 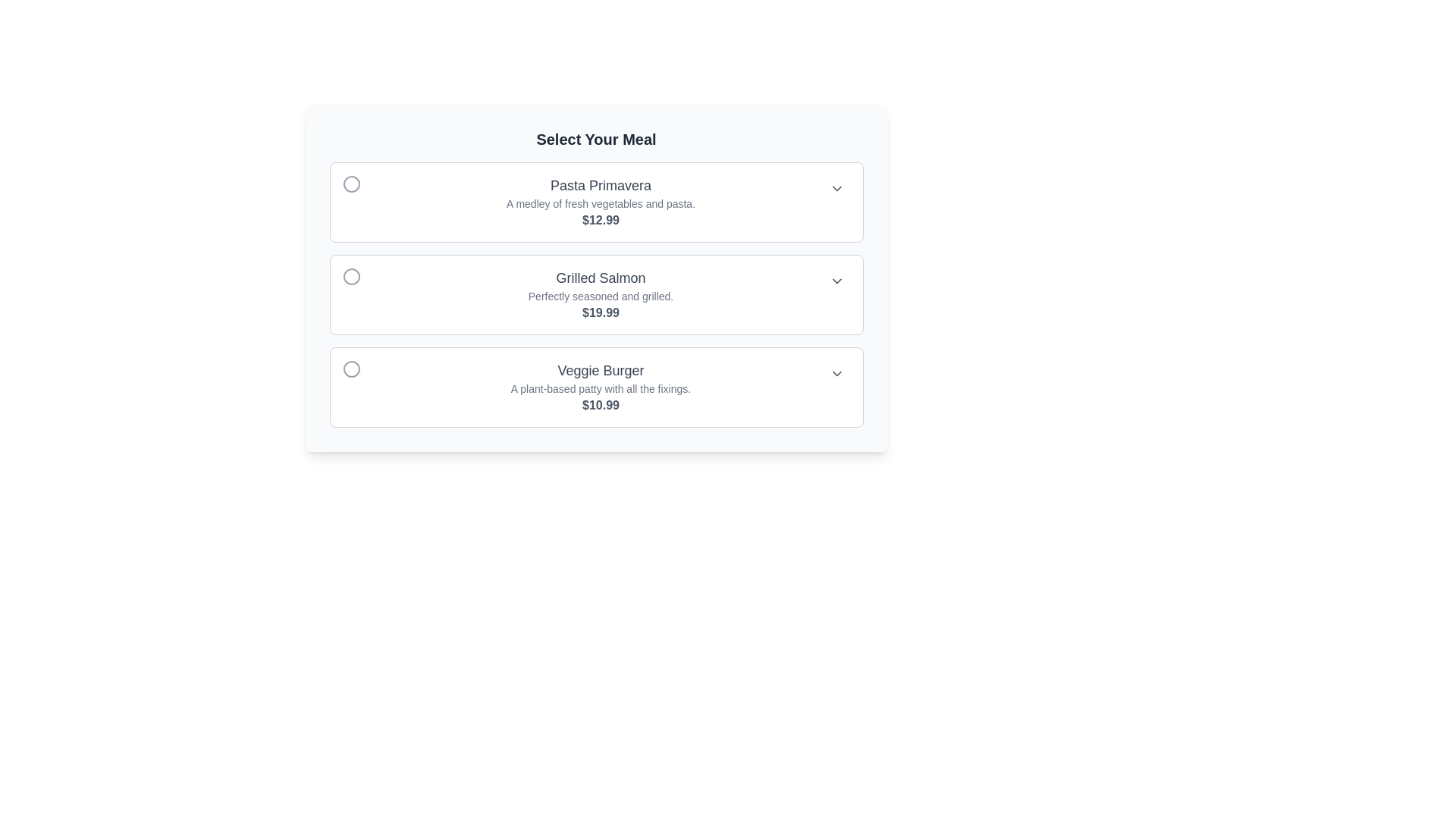 I want to click on the 'Veggie Burger' text block in the interactive menu, which is the third item in a vertical list of meal options, so click(x=600, y=386).